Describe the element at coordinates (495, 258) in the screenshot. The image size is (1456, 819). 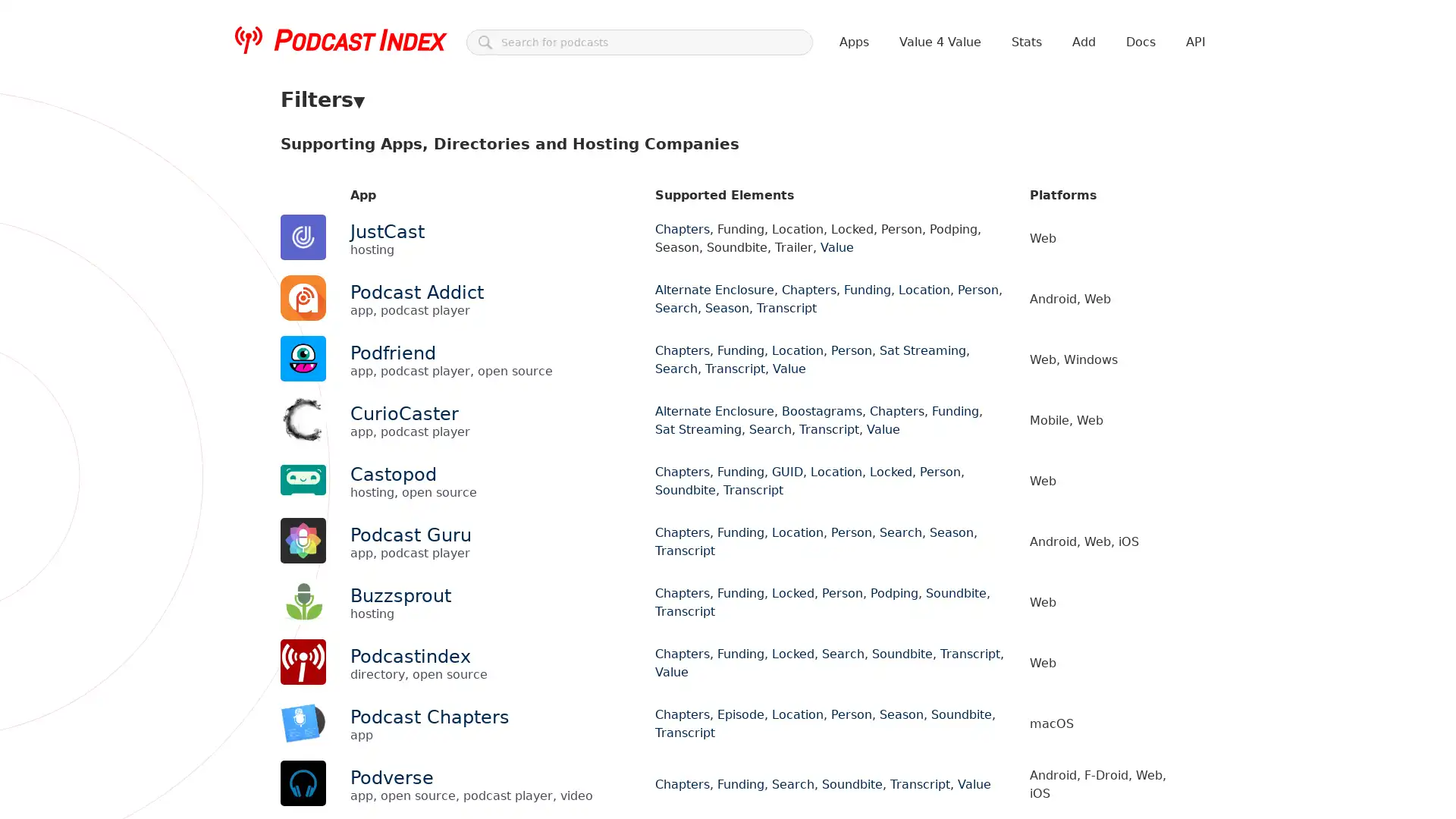
I see `Soundbite` at that location.